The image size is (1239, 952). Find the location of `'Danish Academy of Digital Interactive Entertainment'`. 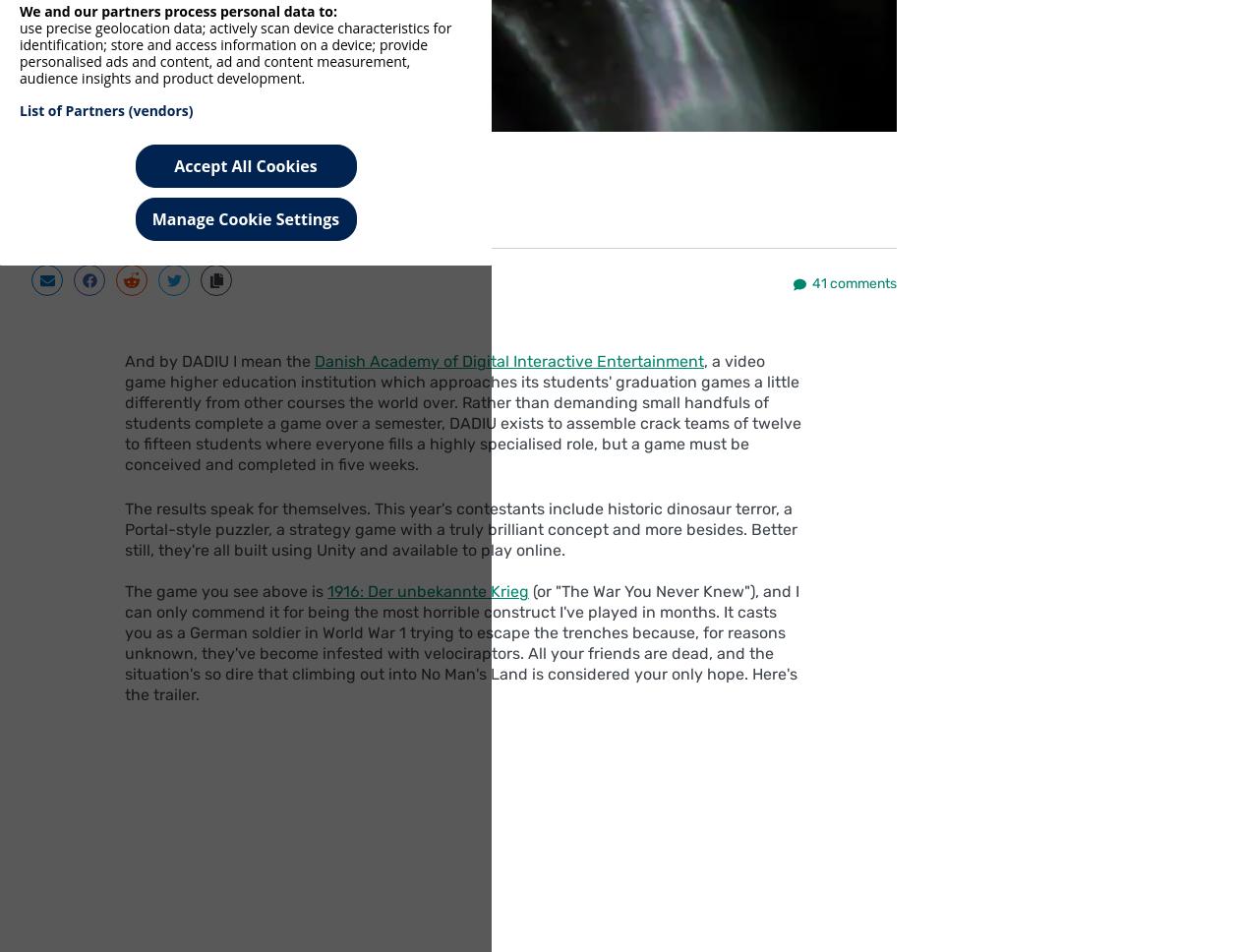

'Danish Academy of Digital Interactive Entertainment' is located at coordinates (508, 360).